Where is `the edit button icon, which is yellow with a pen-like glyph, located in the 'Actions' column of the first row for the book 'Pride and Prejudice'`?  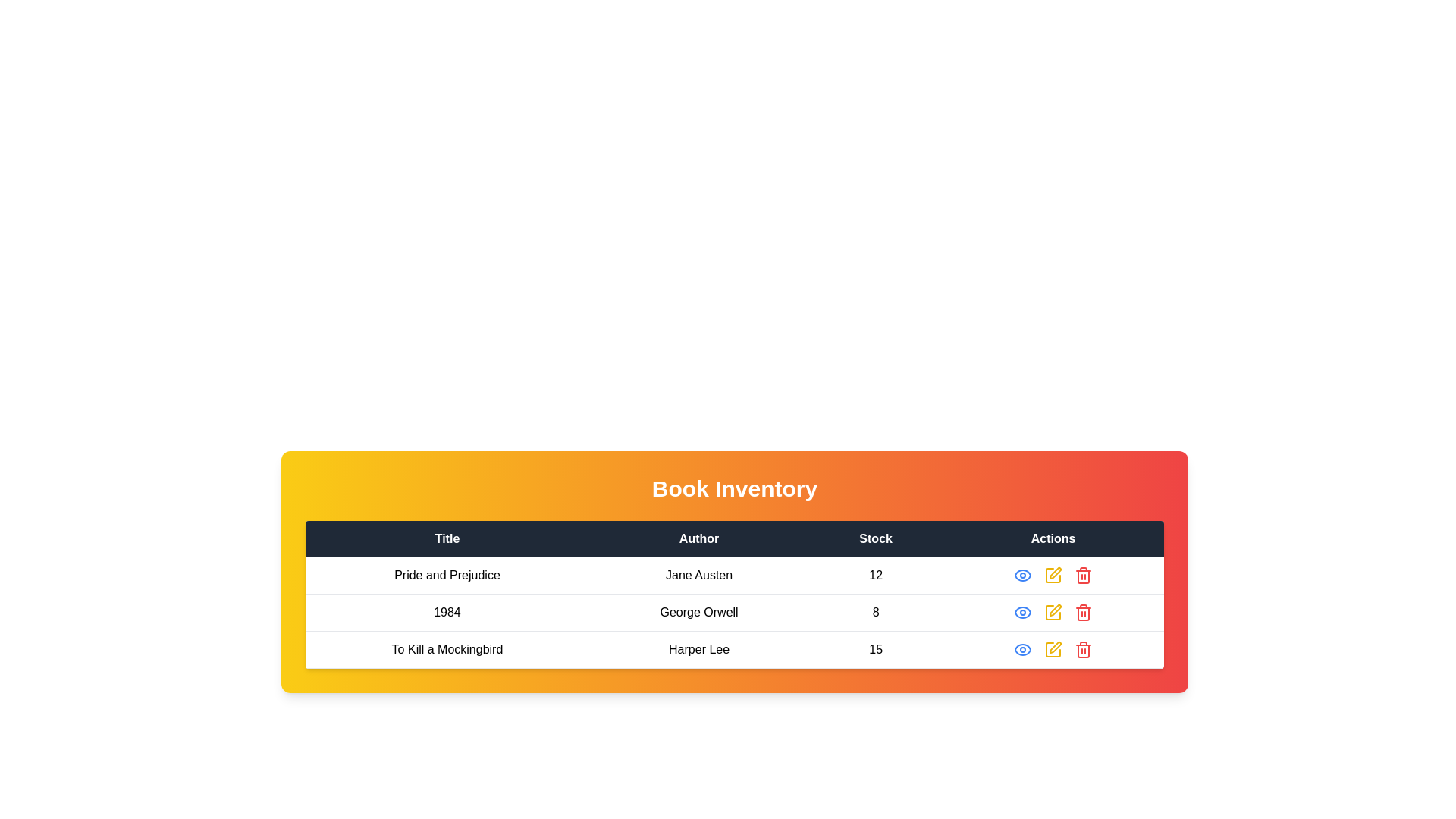 the edit button icon, which is yellow with a pen-like glyph, located in the 'Actions' column of the first row for the book 'Pride and Prejudice' is located at coordinates (1055, 573).